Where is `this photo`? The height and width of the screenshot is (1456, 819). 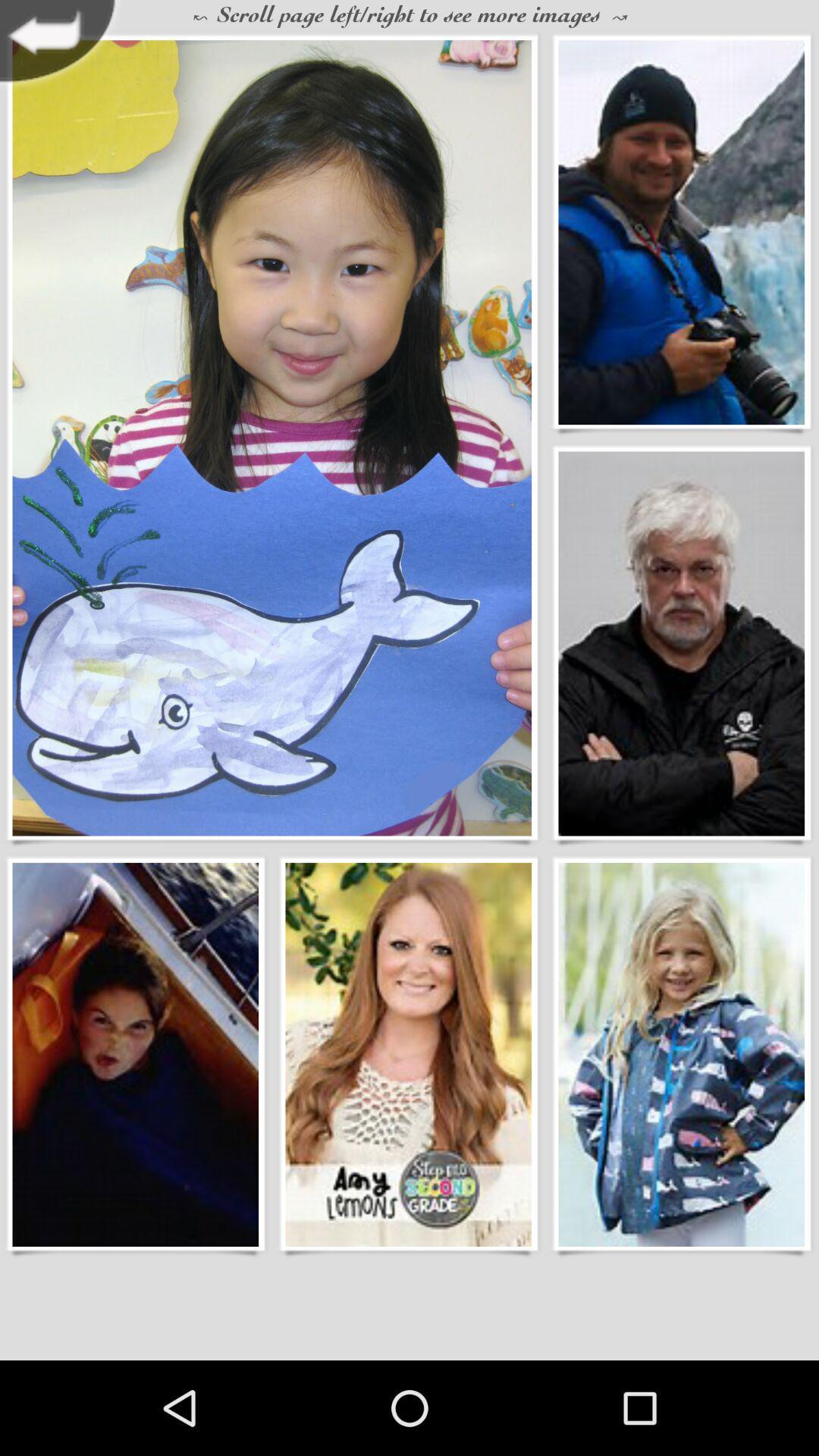 this photo is located at coordinates (271, 437).